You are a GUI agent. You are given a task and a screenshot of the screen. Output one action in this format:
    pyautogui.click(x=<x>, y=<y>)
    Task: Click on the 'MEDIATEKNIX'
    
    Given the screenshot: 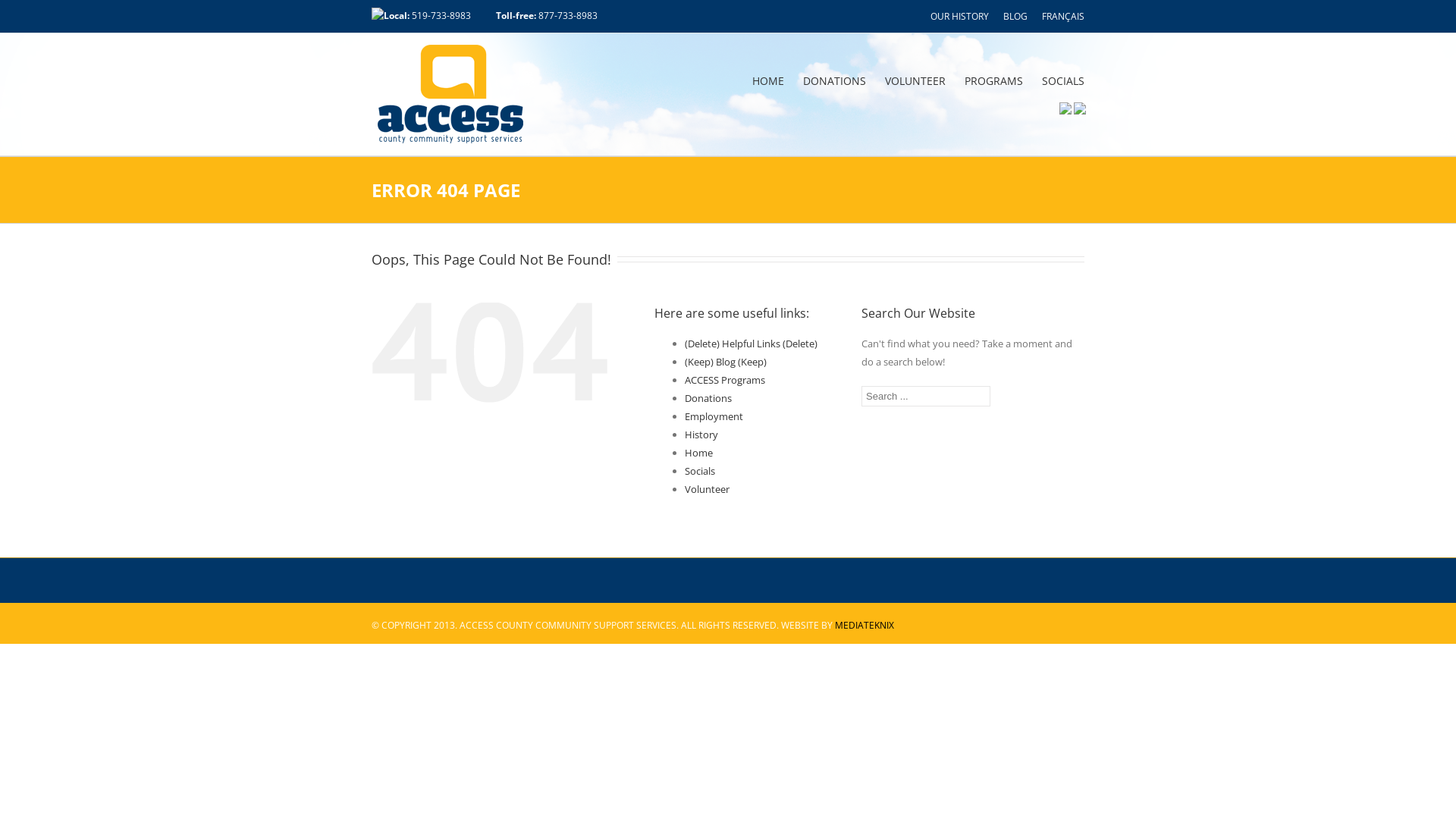 What is the action you would take?
    pyautogui.click(x=864, y=625)
    